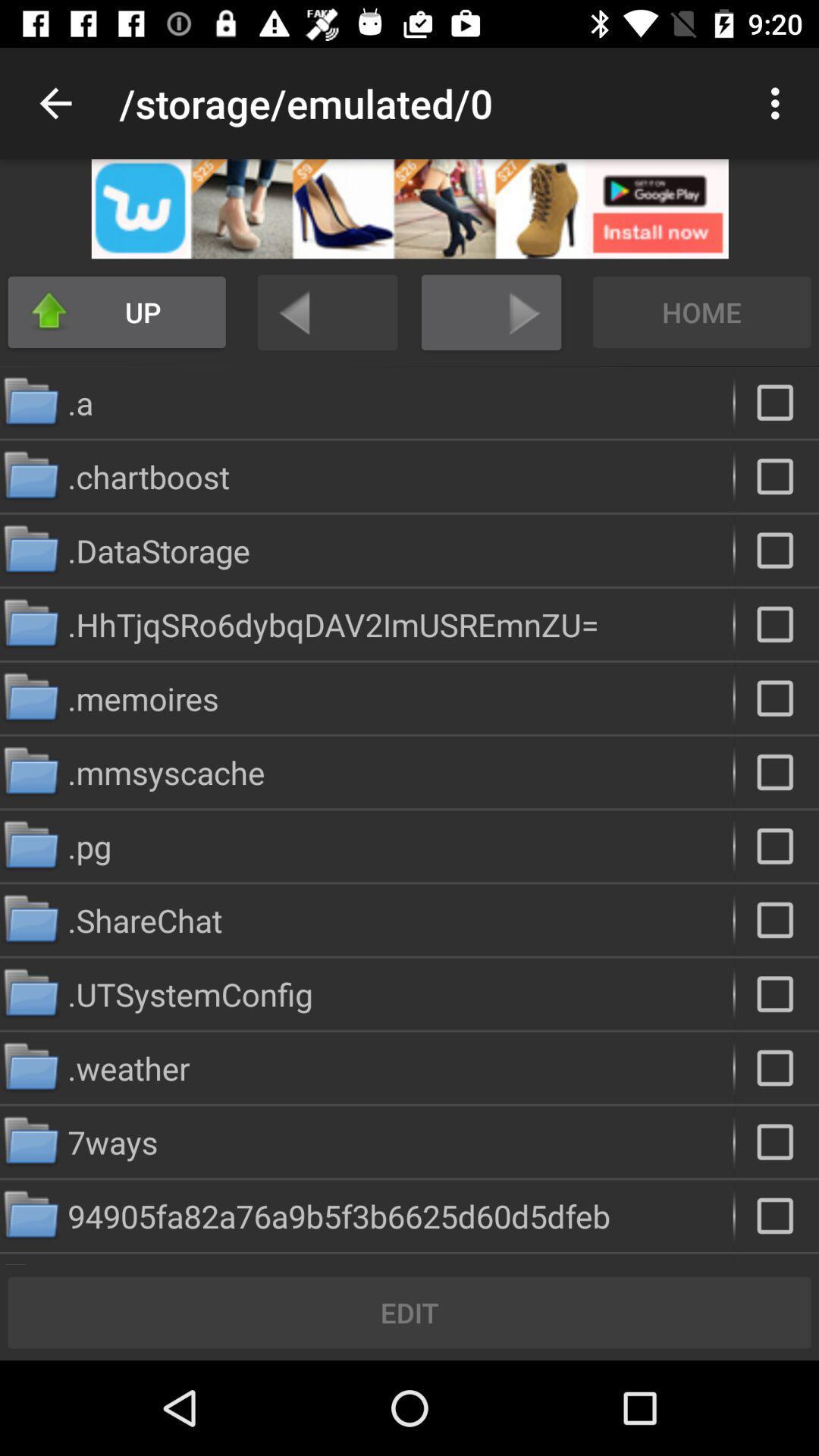 This screenshot has width=819, height=1456. What do you see at coordinates (409, 208) in the screenshot?
I see `click advertisement` at bounding box center [409, 208].